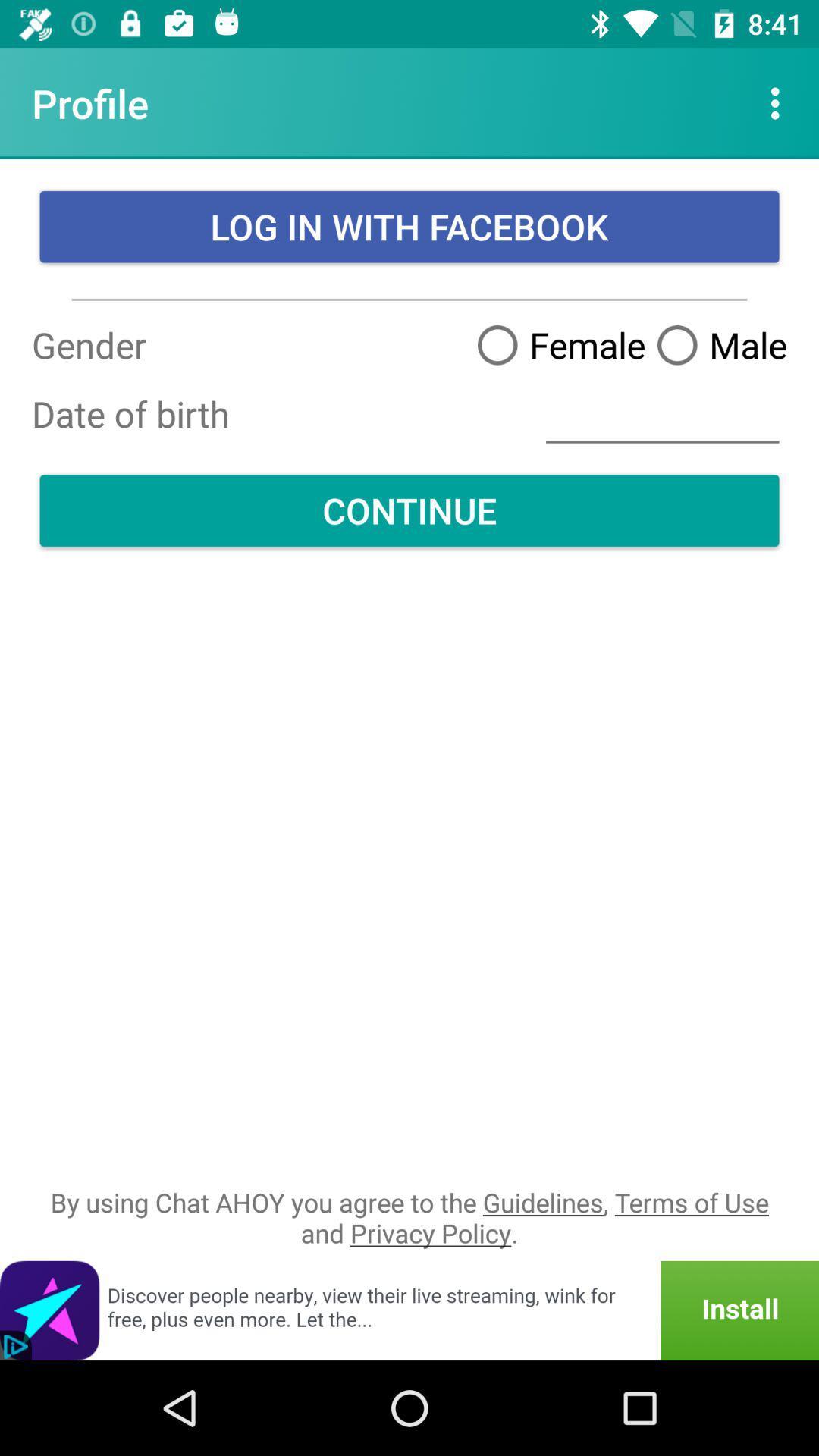  What do you see at coordinates (661, 414) in the screenshot?
I see `the item below female item` at bounding box center [661, 414].